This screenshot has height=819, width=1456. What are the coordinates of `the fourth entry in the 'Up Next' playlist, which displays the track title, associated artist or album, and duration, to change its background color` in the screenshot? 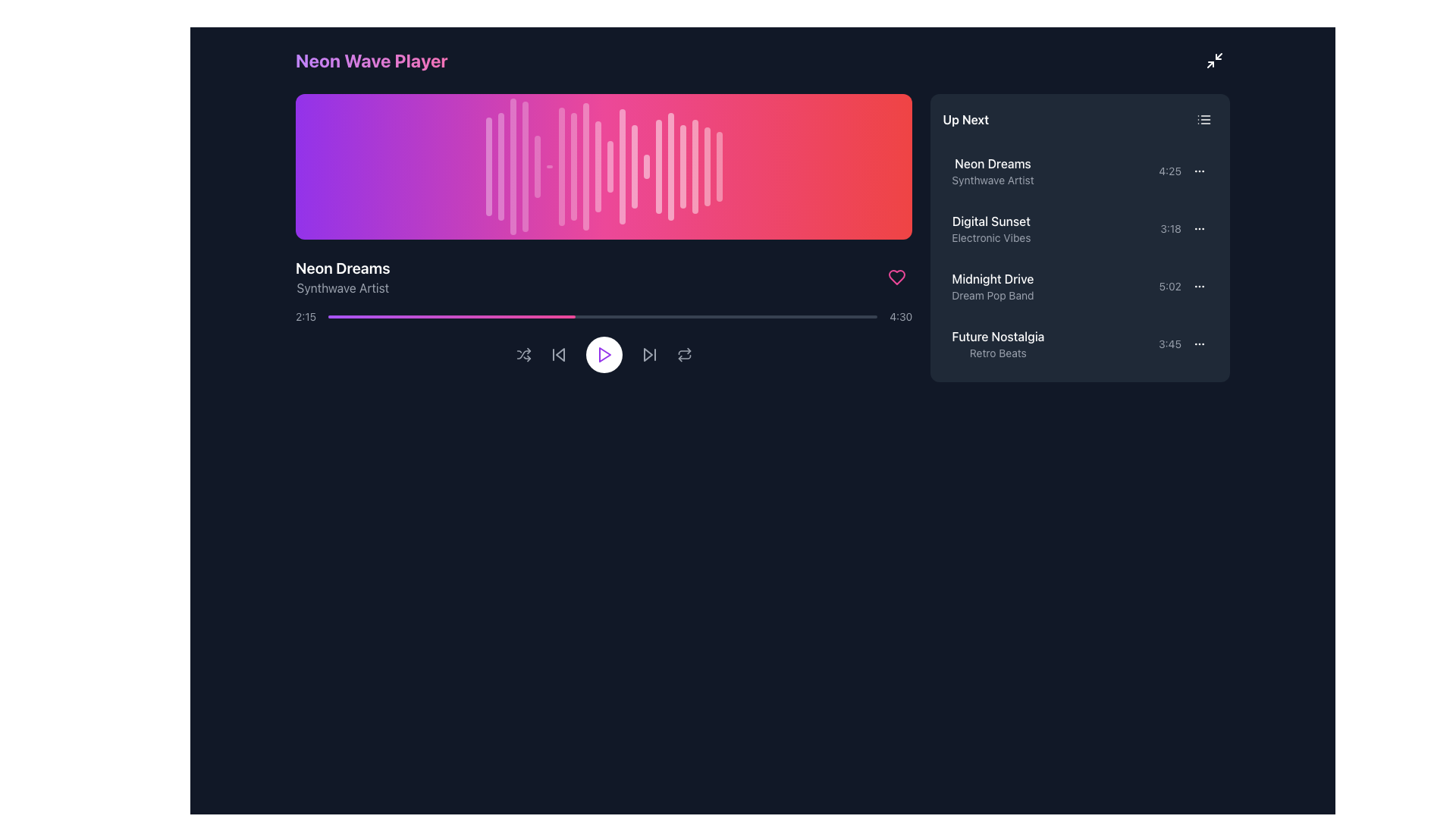 It's located at (1079, 344).